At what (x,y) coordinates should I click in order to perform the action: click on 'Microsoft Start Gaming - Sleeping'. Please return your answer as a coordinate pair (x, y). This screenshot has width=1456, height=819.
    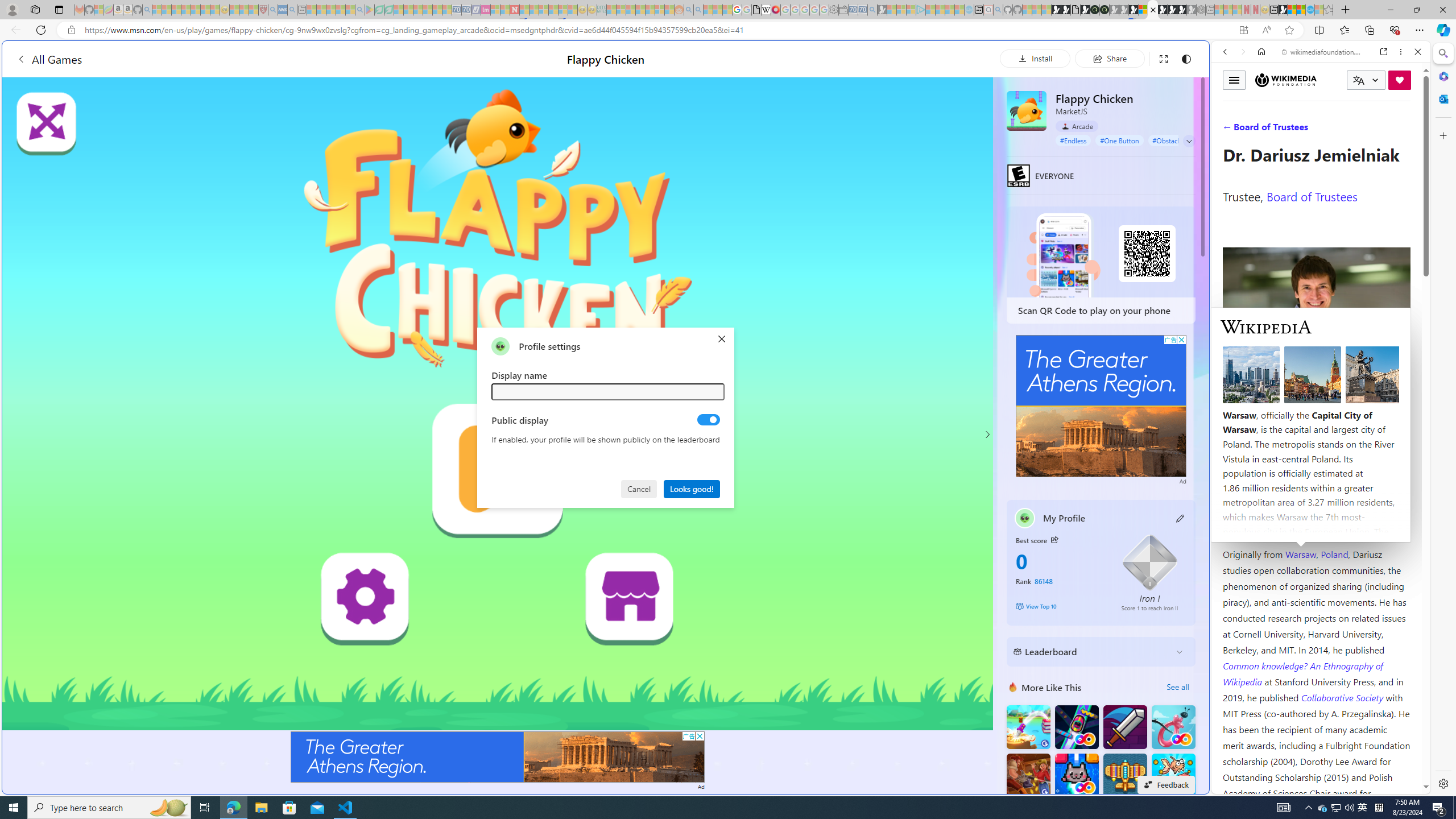
    Looking at the image, I should click on (881, 9).